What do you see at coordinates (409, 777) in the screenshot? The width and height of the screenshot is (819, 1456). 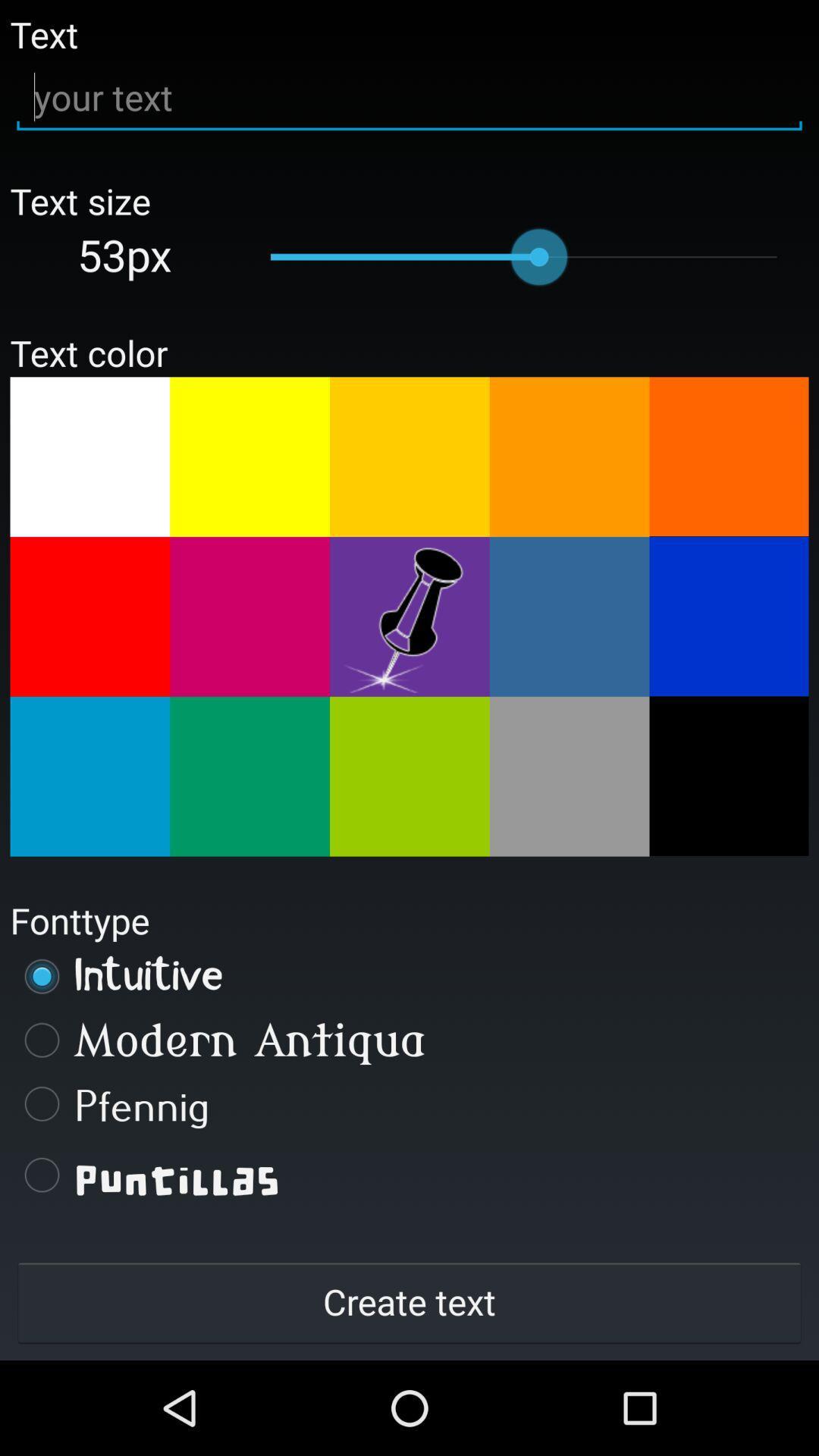 I see `green color` at bounding box center [409, 777].